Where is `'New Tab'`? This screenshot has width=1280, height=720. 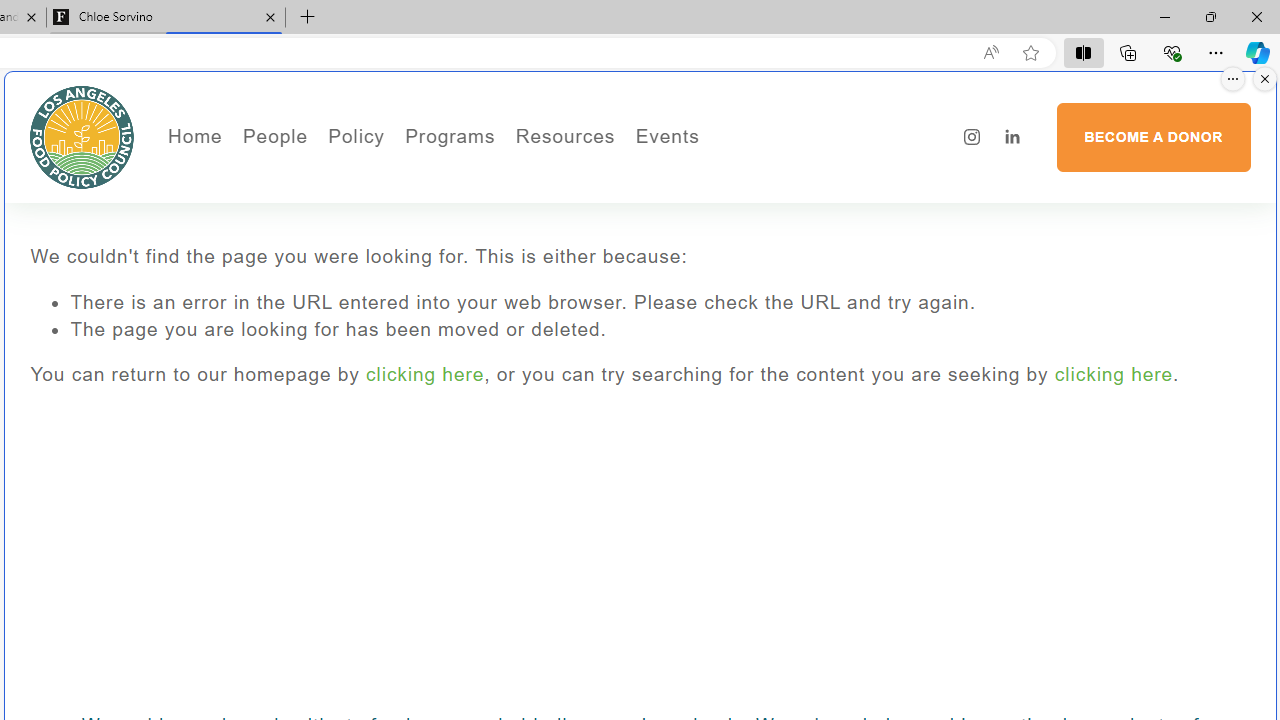 'New Tab' is located at coordinates (307, 17).